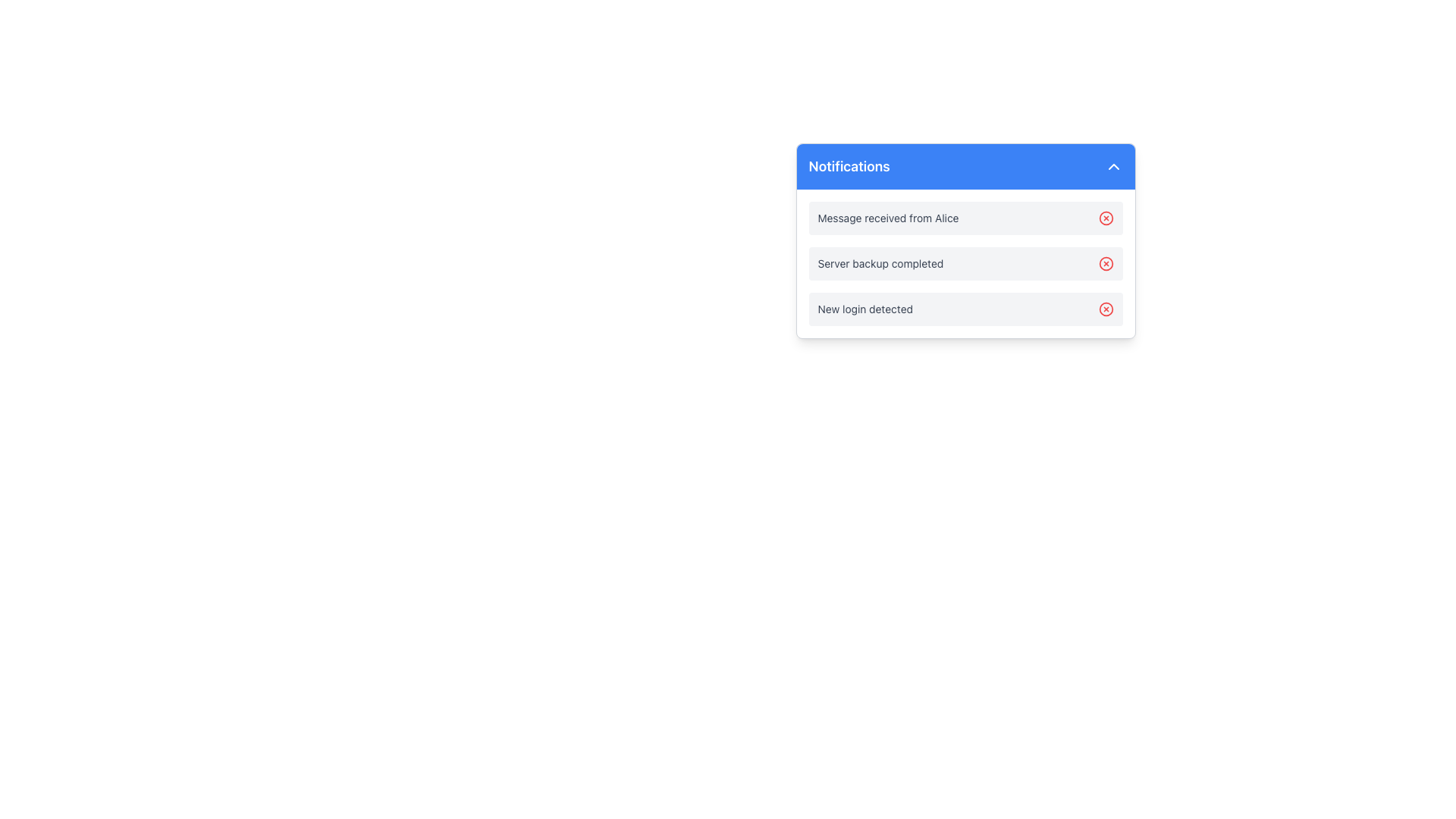 This screenshot has width=1456, height=819. Describe the element at coordinates (865, 309) in the screenshot. I see `the primary descriptive text indicating a new login in the last notification entry of the notification card` at that location.